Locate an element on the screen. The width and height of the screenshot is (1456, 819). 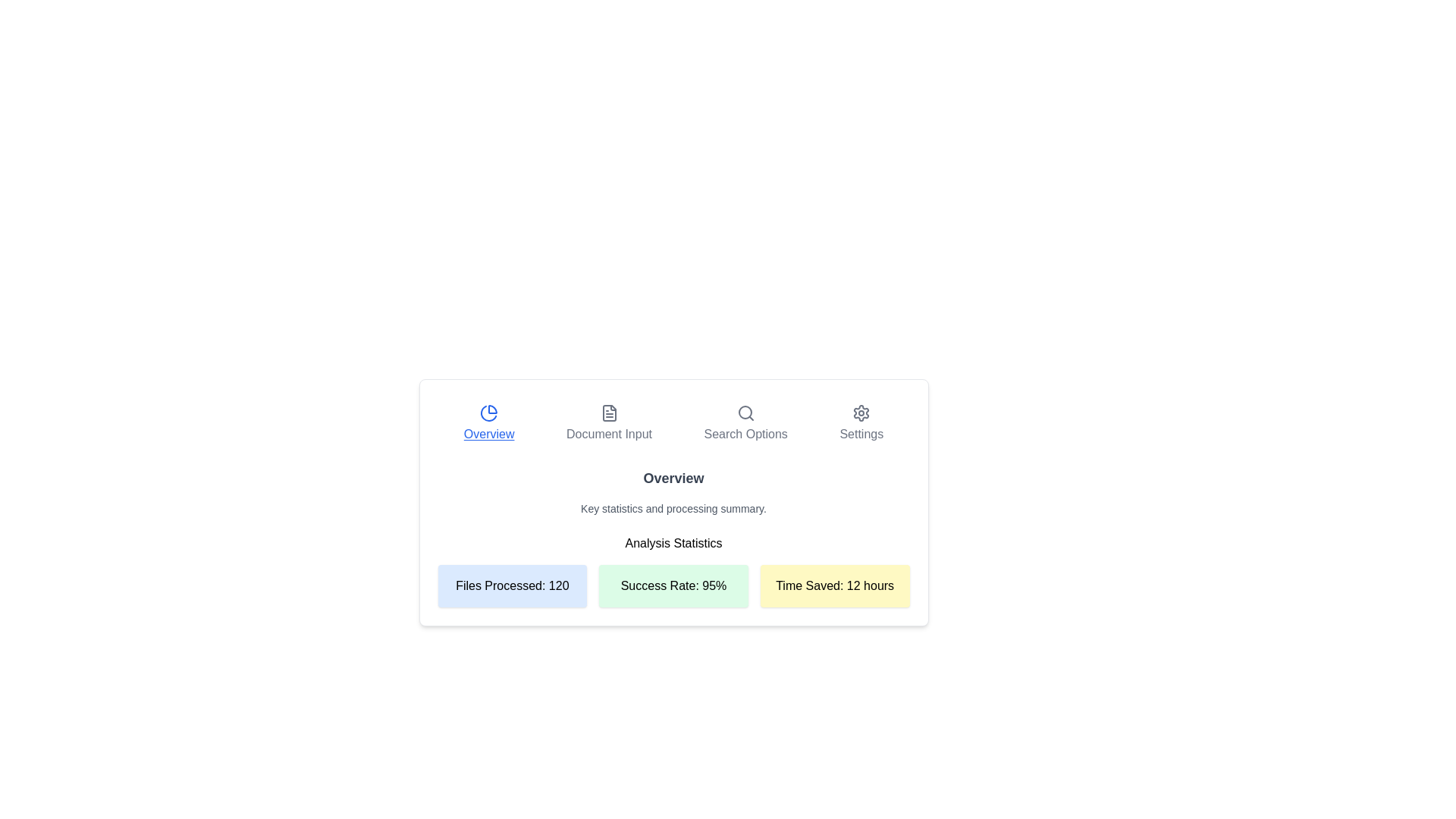
the 'Settings' button is located at coordinates (861, 424).